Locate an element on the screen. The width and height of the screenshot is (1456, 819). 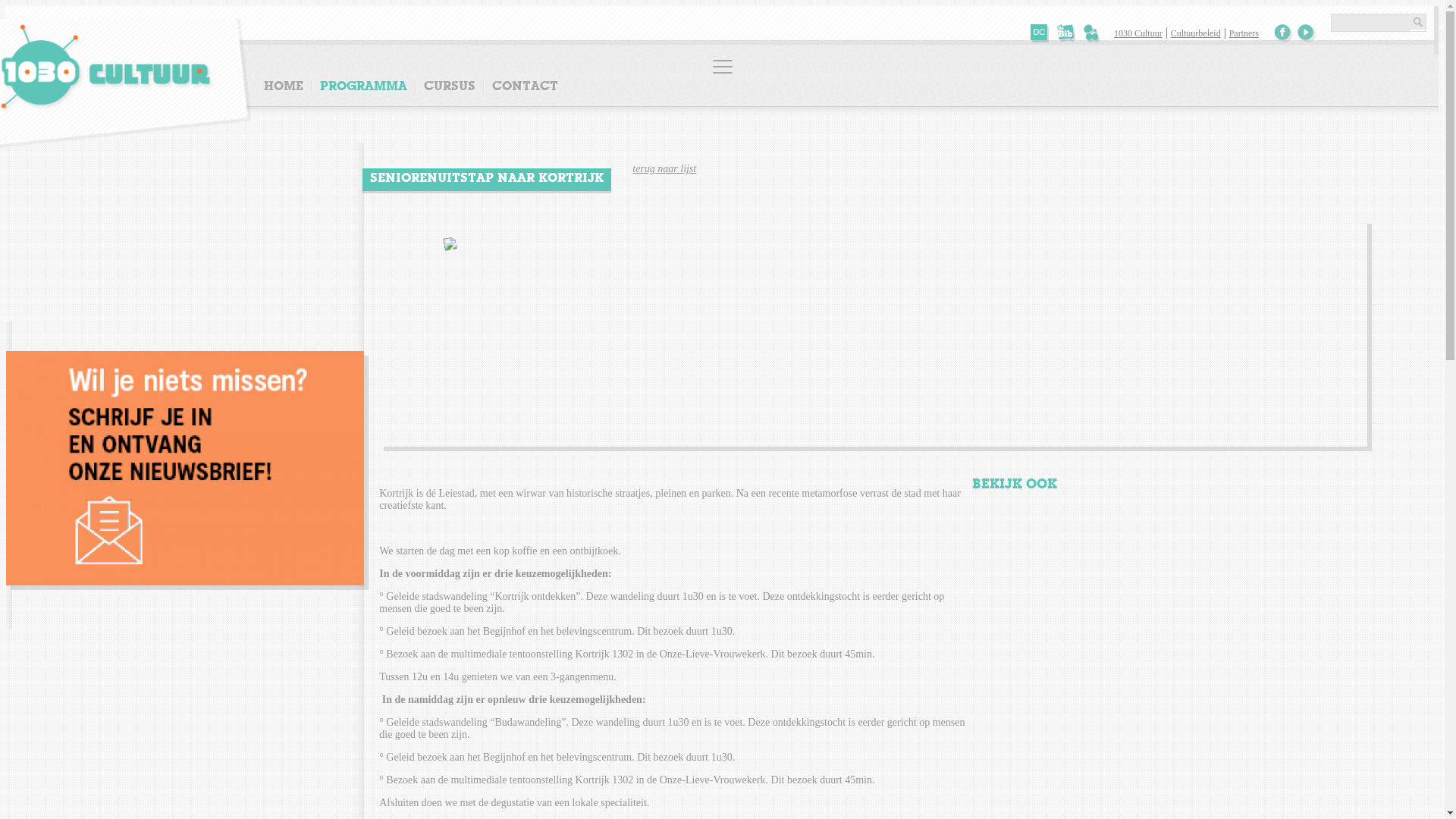
'Facebook' is located at coordinates (1274, 33).